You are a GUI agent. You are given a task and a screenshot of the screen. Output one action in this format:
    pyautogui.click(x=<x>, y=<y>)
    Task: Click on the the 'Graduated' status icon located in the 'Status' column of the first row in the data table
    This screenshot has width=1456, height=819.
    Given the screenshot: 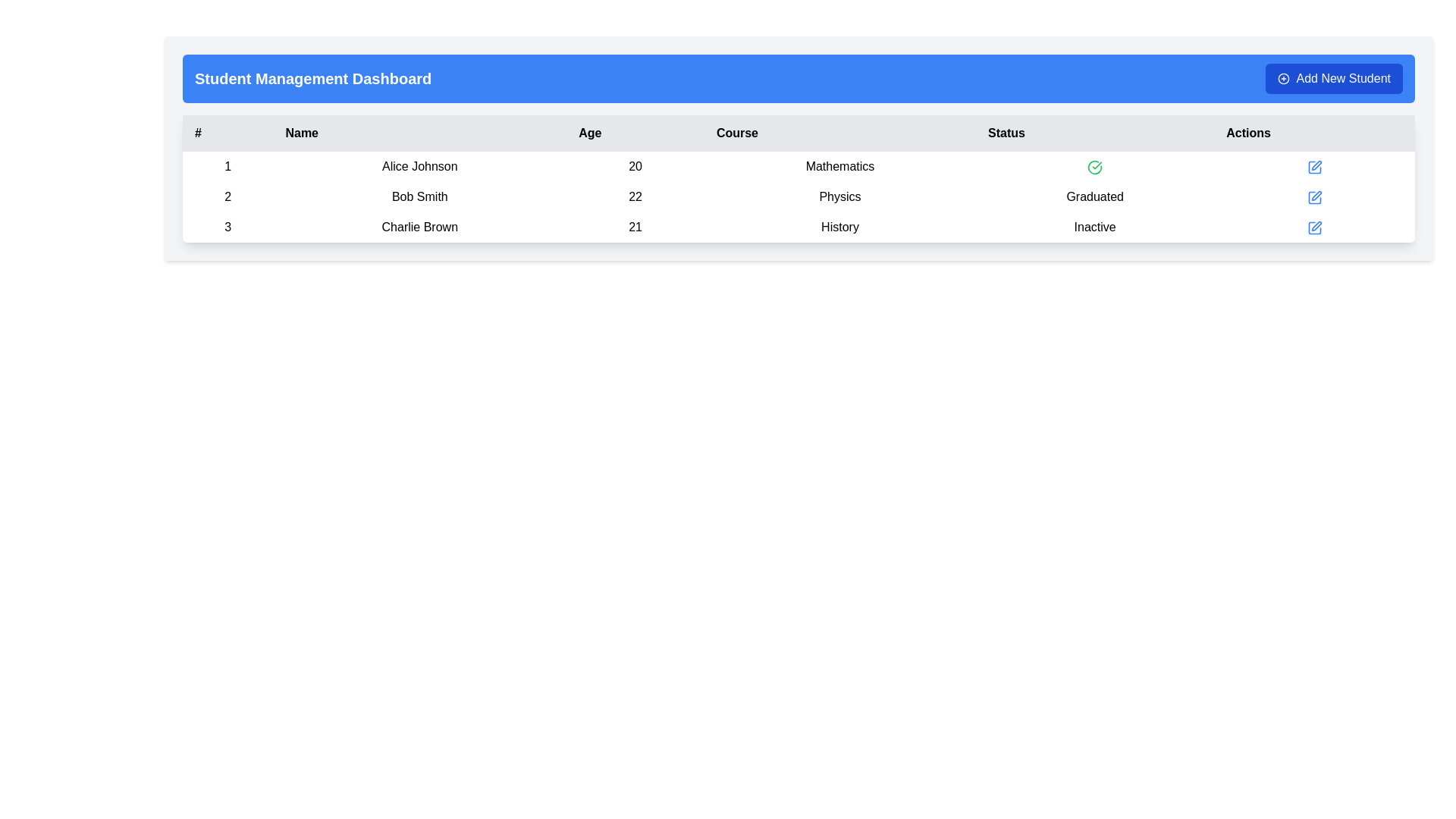 What is the action you would take?
    pyautogui.click(x=1095, y=167)
    